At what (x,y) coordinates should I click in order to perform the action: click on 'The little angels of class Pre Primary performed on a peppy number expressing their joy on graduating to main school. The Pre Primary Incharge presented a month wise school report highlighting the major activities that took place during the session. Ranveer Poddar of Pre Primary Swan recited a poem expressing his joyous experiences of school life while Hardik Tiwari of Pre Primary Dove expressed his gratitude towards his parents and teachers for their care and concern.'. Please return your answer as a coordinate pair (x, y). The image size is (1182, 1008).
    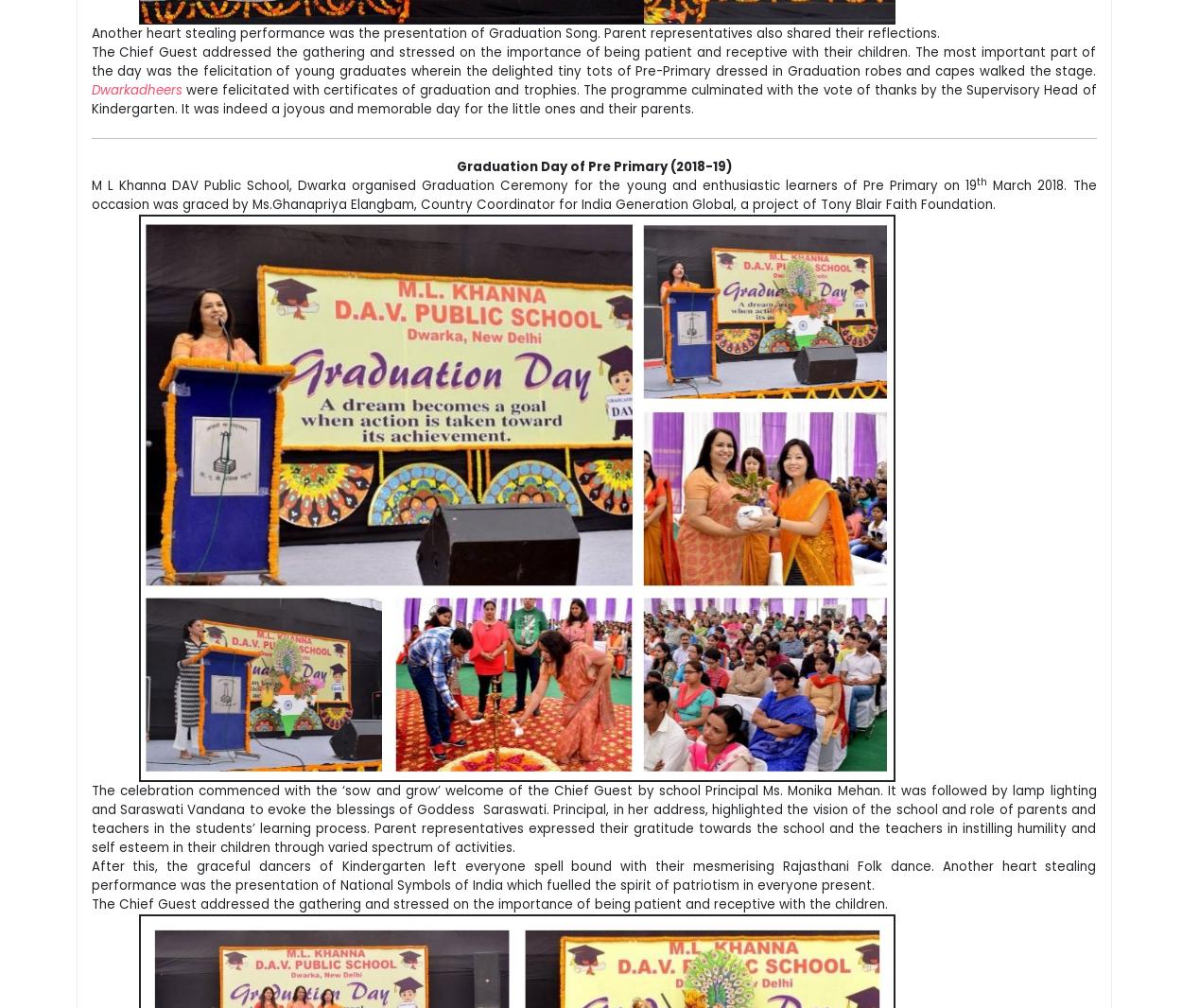
    Looking at the image, I should click on (89, 157).